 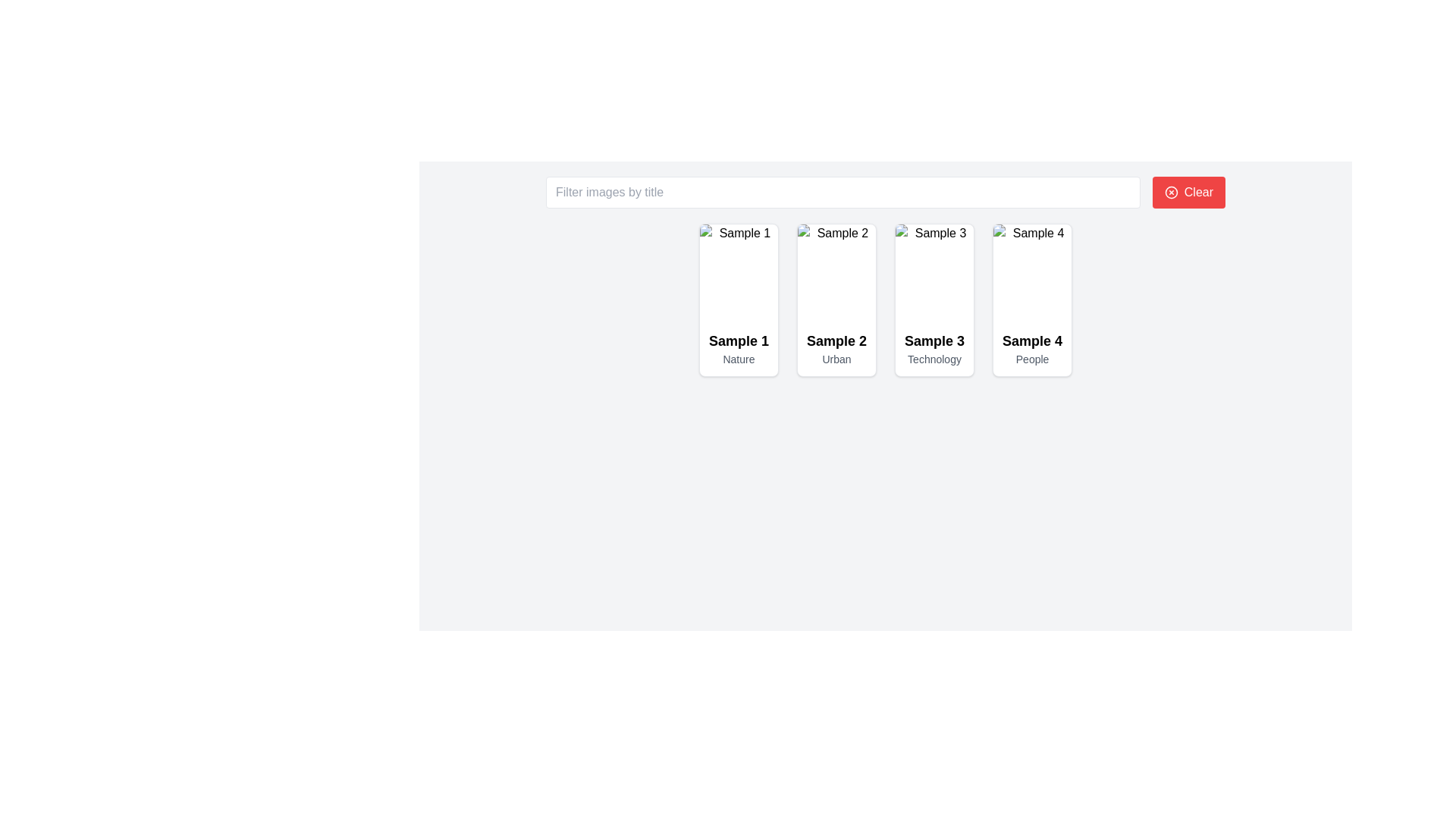 I want to click on the card element labeled 'Sample 2' with the descriptor 'Urban', which is the second tile in a grid of four items, so click(x=836, y=300).